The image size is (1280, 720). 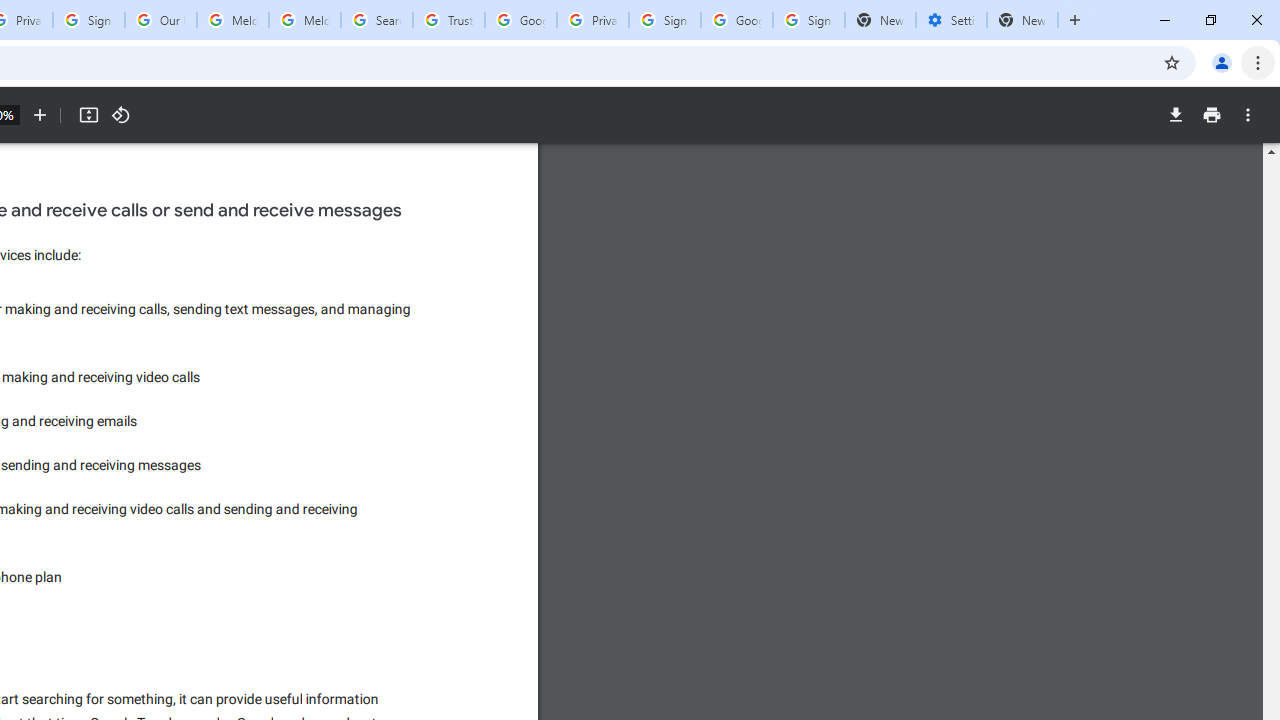 I want to click on 'Rotate counterclockwise', so click(x=119, y=115).